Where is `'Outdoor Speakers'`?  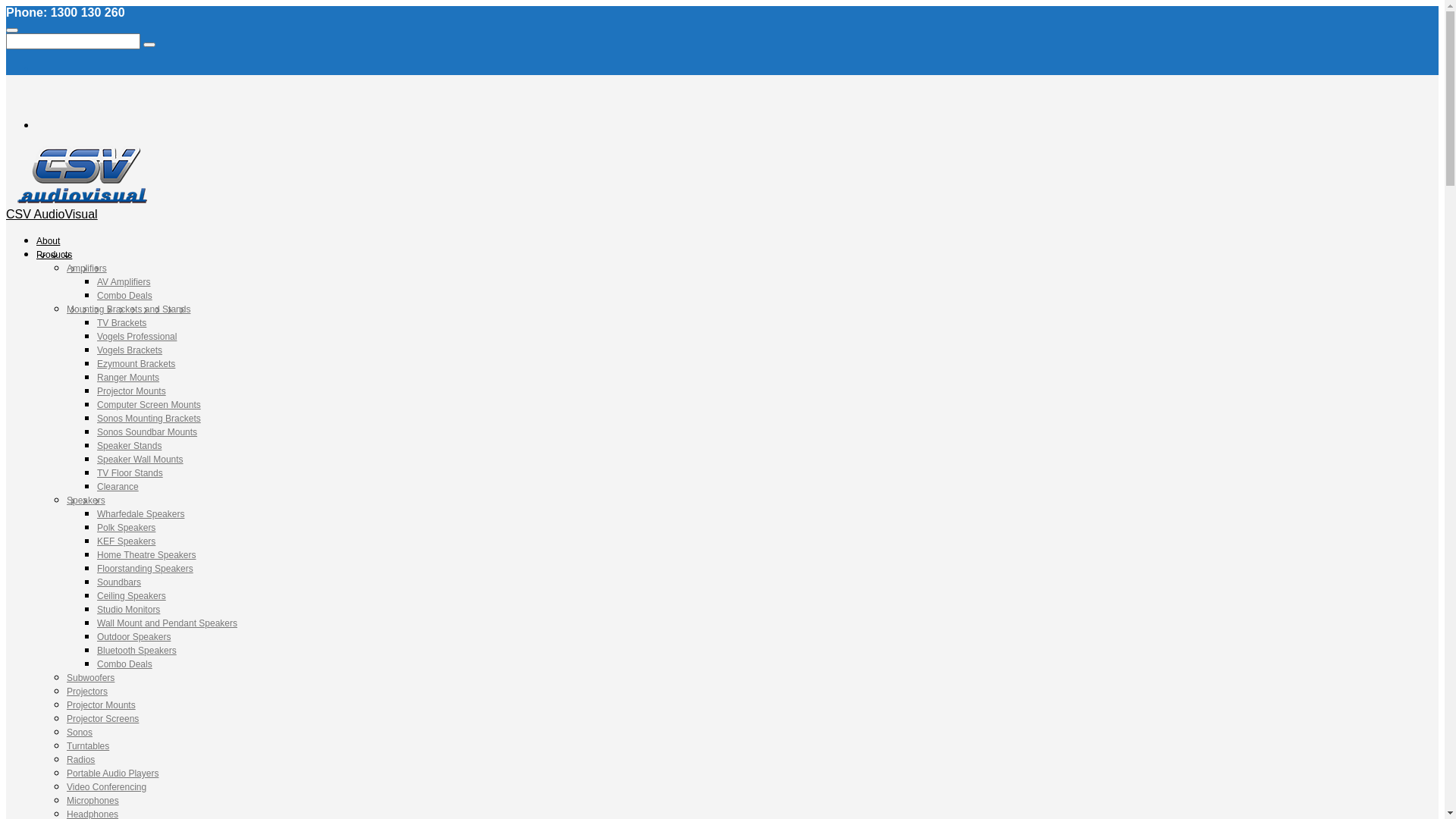 'Outdoor Speakers' is located at coordinates (133, 637).